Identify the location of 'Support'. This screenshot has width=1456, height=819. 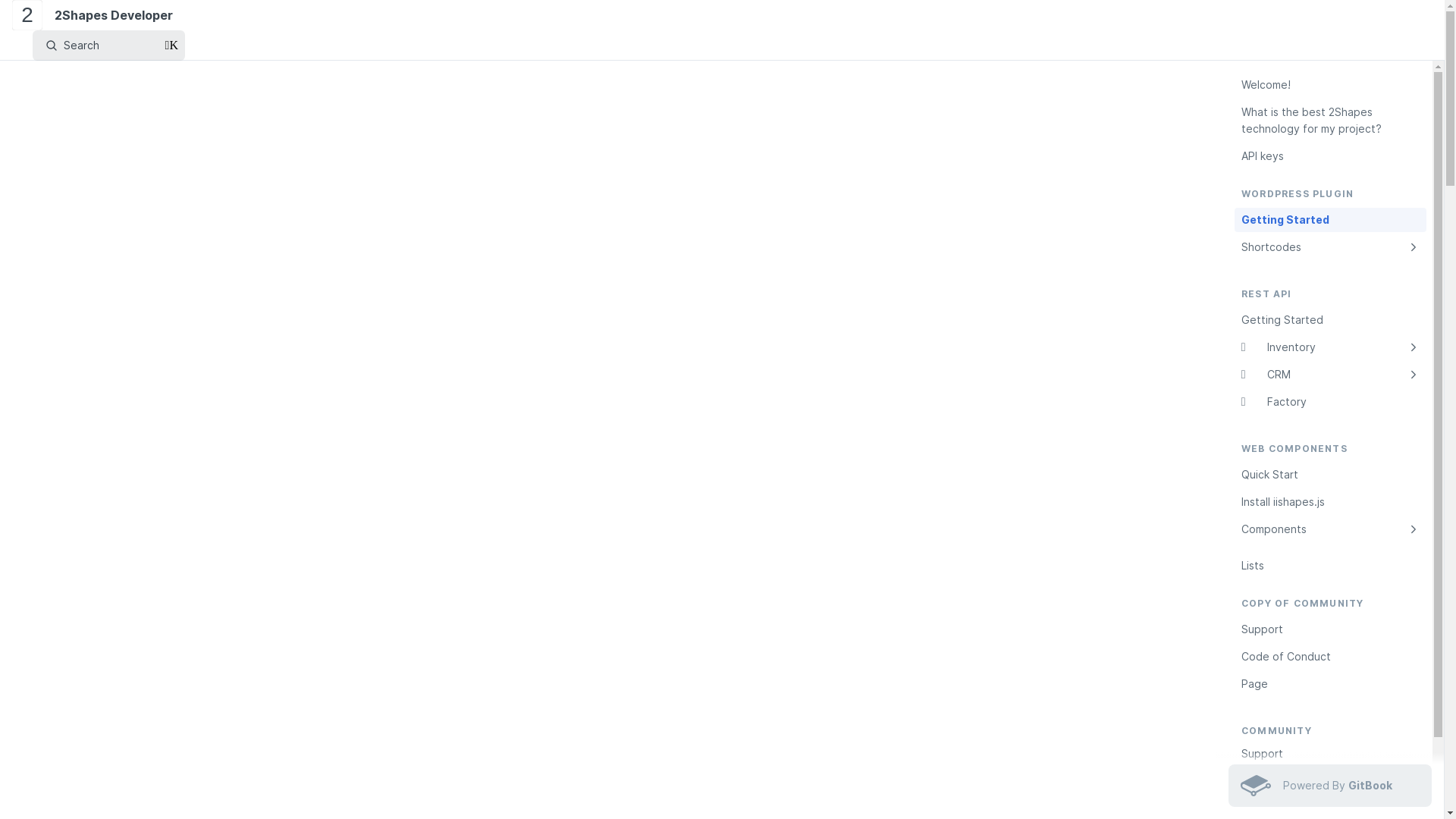
(1329, 754).